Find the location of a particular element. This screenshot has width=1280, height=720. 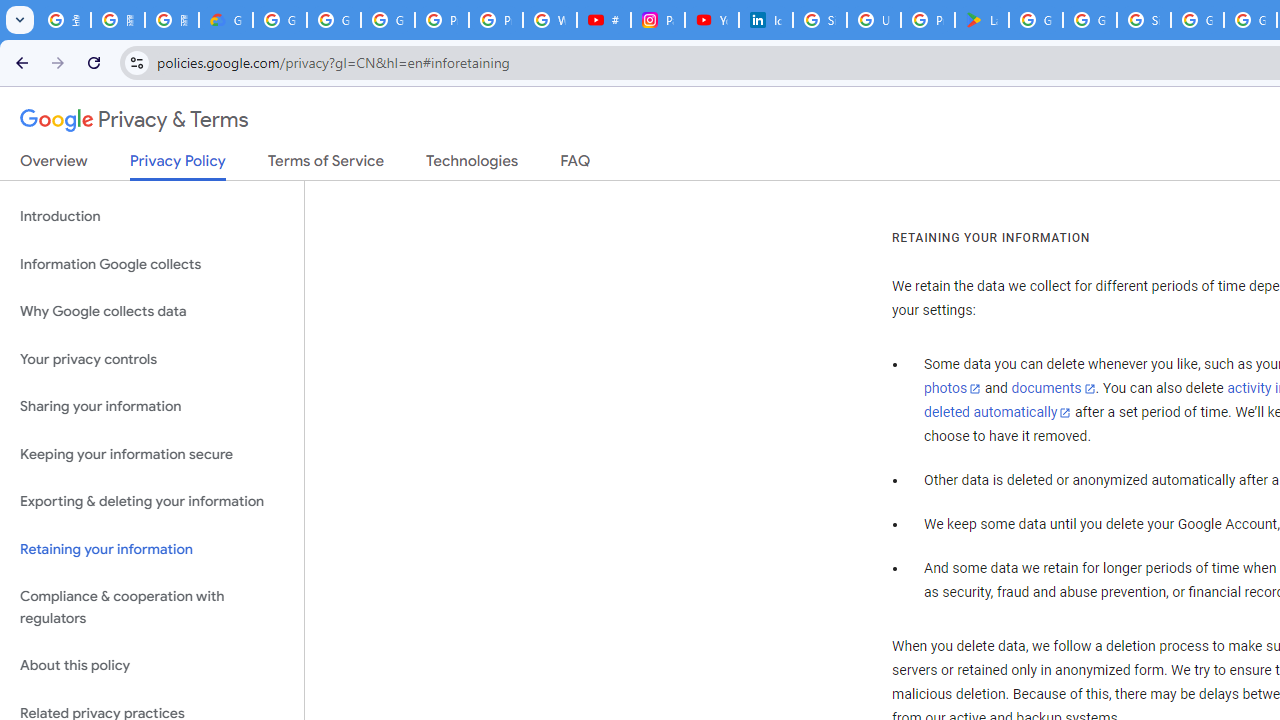

'Privacy Policy' is located at coordinates (177, 165).